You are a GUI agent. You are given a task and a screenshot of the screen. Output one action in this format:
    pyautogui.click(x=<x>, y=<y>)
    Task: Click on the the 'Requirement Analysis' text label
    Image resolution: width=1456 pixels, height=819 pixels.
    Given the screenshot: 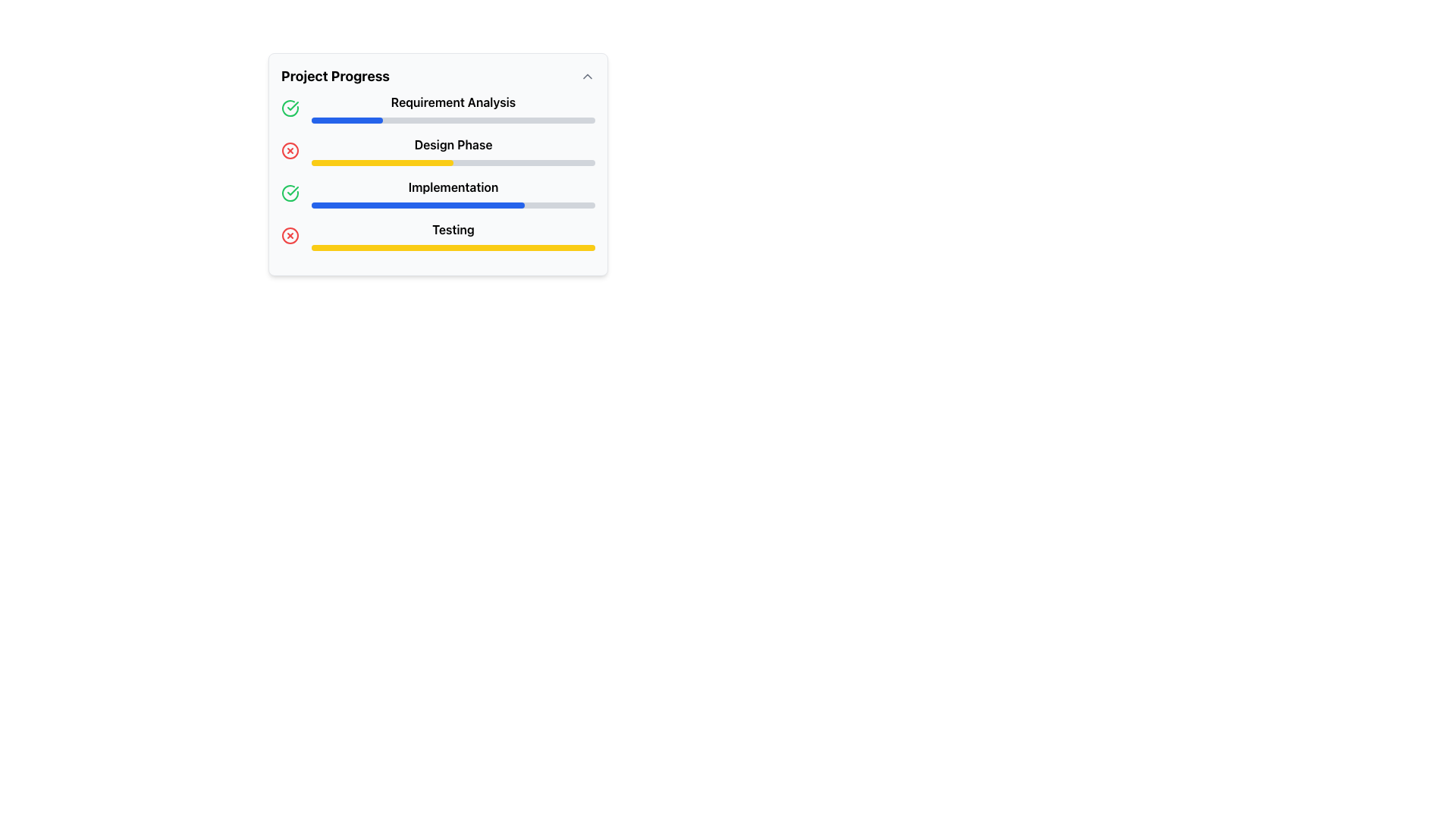 What is the action you would take?
    pyautogui.click(x=437, y=107)
    